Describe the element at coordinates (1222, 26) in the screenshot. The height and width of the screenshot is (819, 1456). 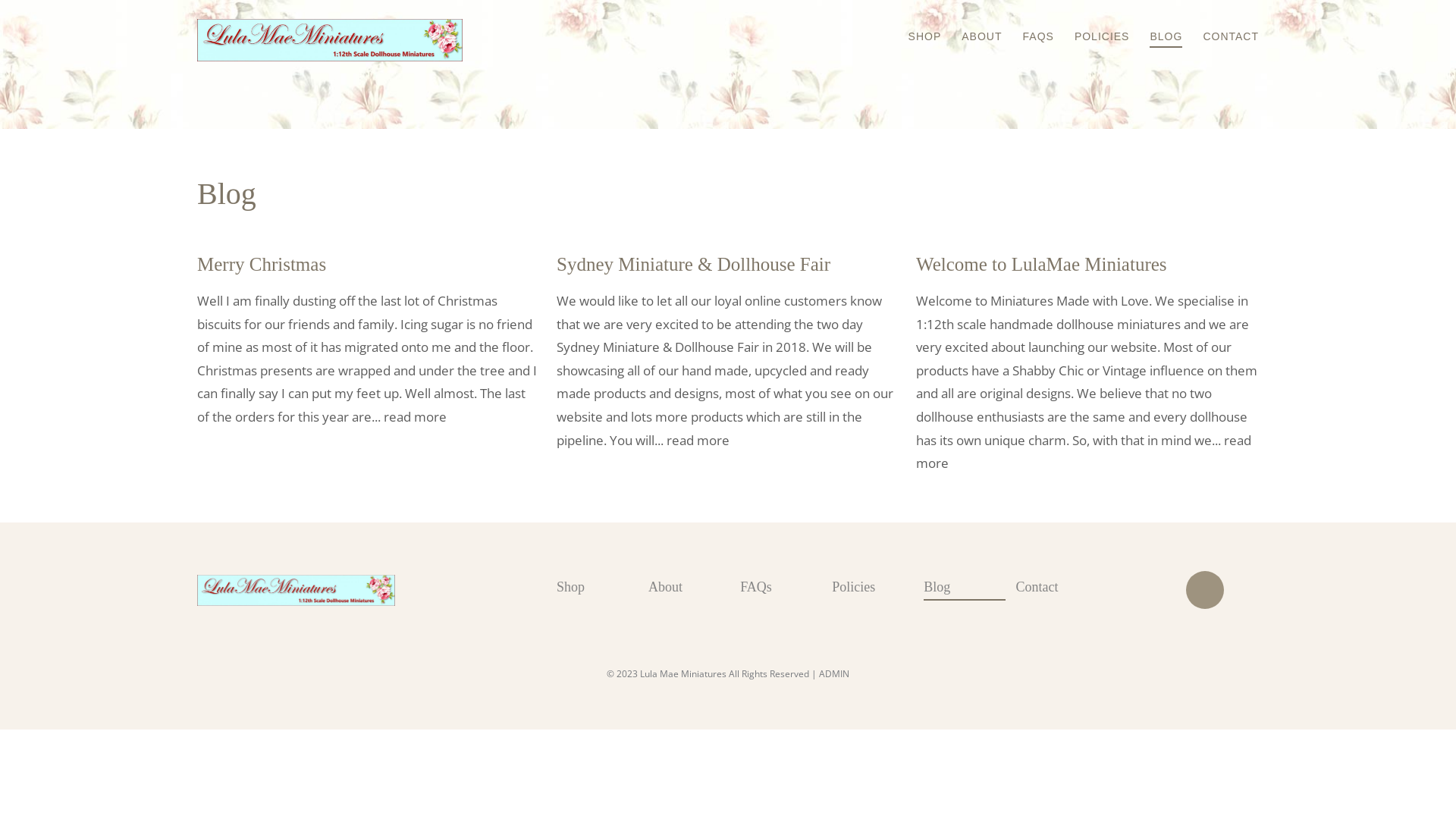
I see `'CONTACT'` at that location.